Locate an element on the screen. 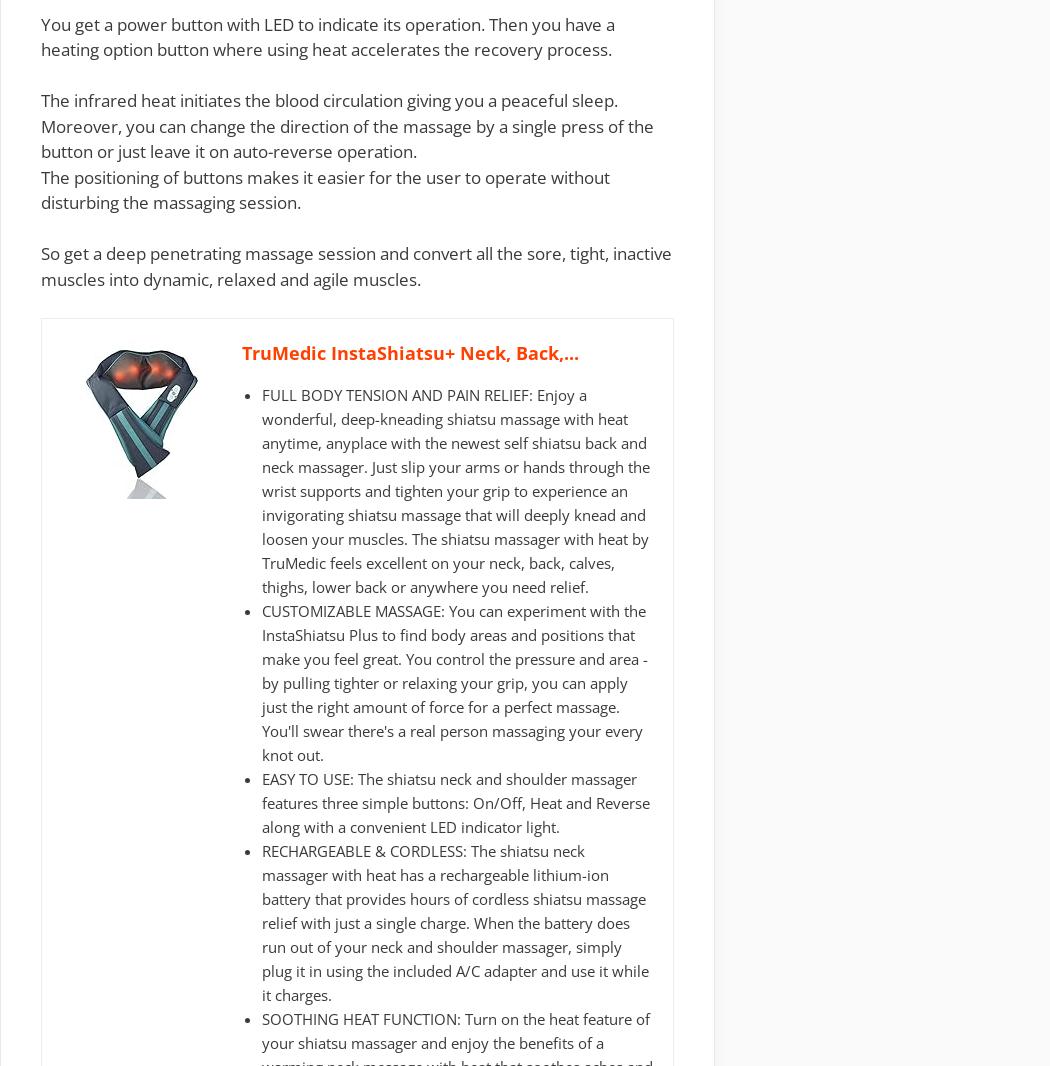  'TruMedic InstaShiatsu+ Neck, Back,...' is located at coordinates (410, 351).